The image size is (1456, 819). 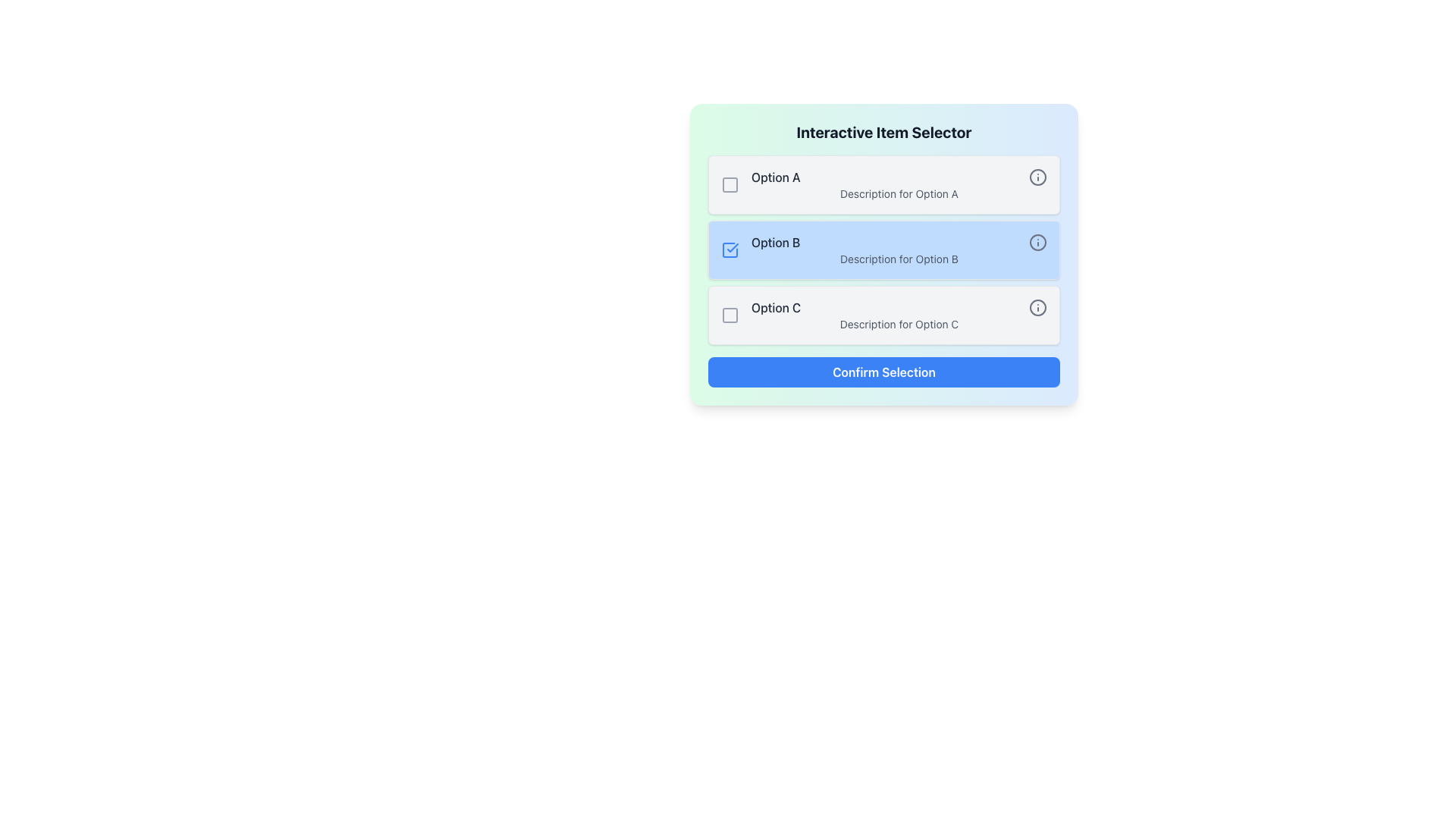 What do you see at coordinates (899, 315) in the screenshot?
I see `text of the selectable list item labeled 'Option C' in the modal 'Interactive Item Selector', which includes a bolded text and a description below it` at bounding box center [899, 315].